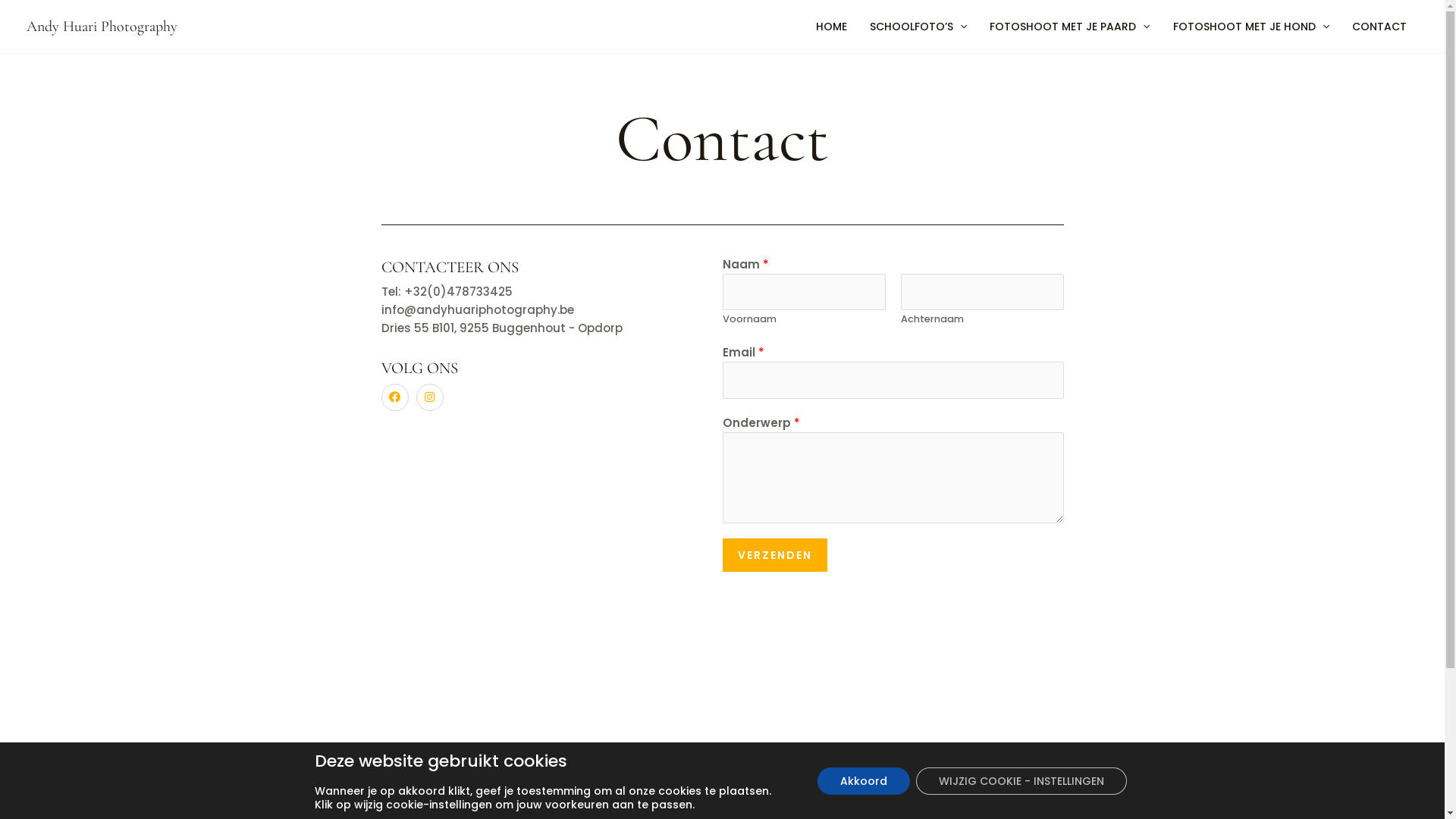 This screenshot has height=819, width=1456. Describe the element at coordinates (863, 780) in the screenshot. I see `'Akkoord'` at that location.